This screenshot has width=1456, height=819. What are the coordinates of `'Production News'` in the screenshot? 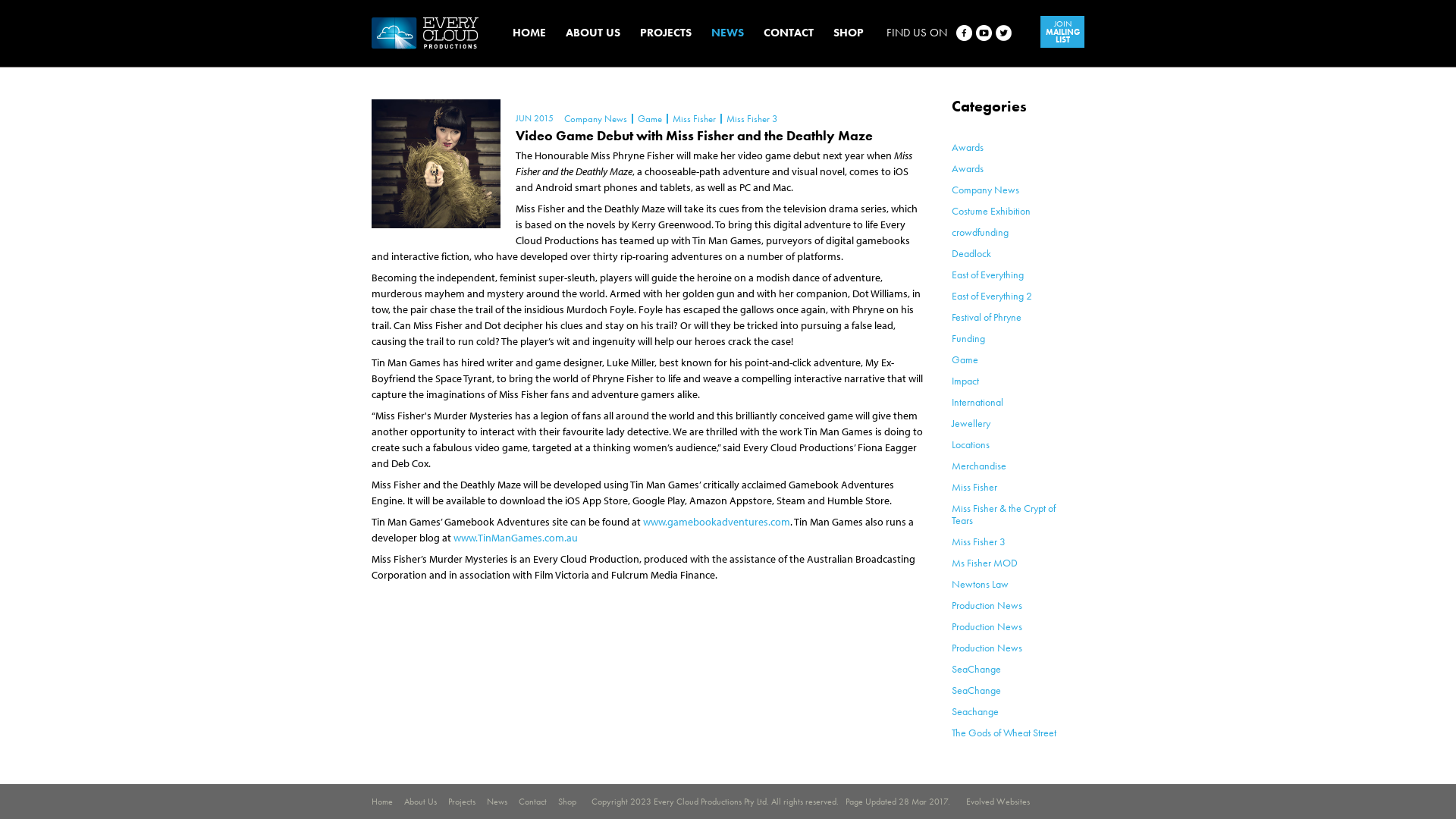 It's located at (987, 626).